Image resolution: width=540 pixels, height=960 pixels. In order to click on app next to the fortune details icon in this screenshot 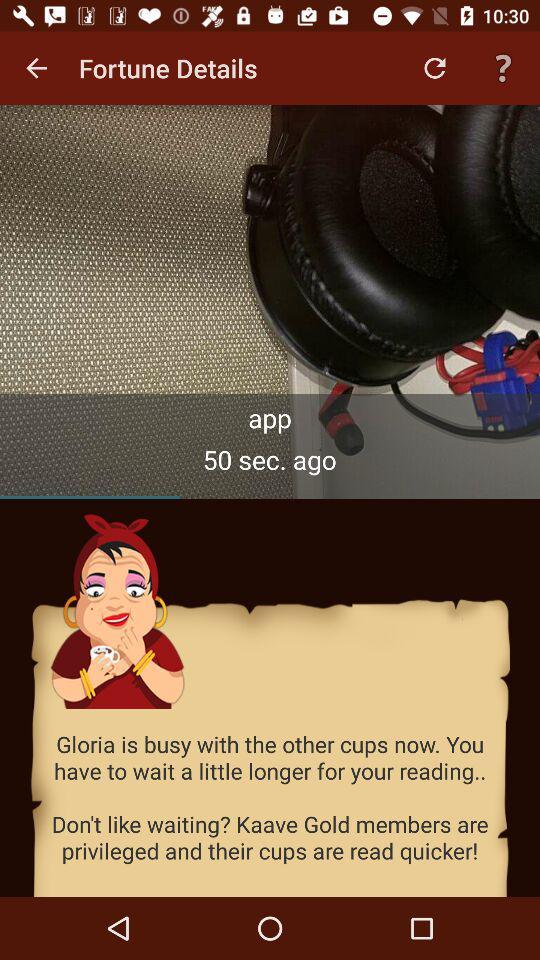, I will do `click(36, 68)`.